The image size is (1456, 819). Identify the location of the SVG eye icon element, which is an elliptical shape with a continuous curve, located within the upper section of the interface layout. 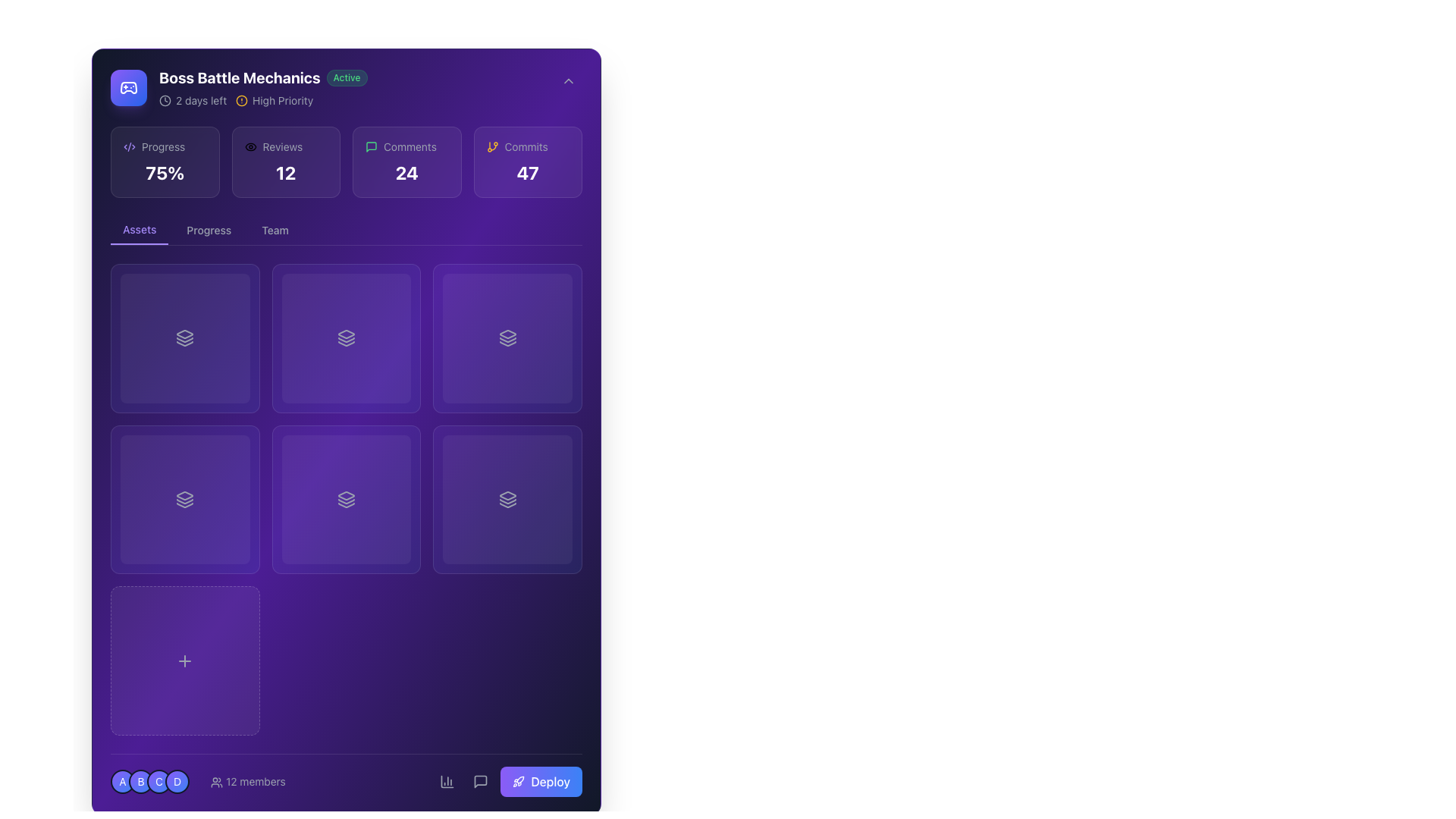
(250, 146).